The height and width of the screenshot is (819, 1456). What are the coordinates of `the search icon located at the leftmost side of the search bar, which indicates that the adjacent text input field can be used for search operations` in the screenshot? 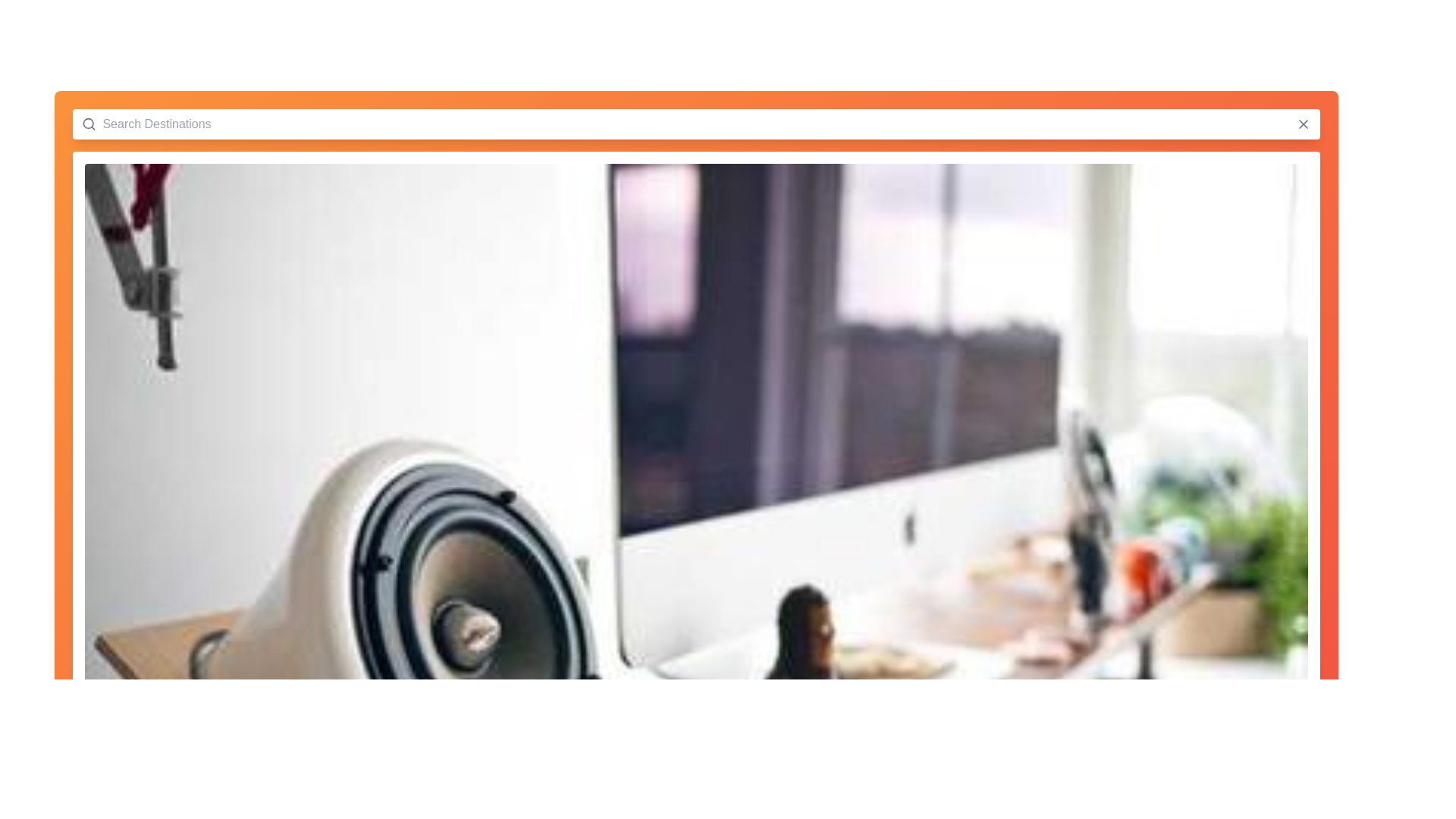 It's located at (88, 124).